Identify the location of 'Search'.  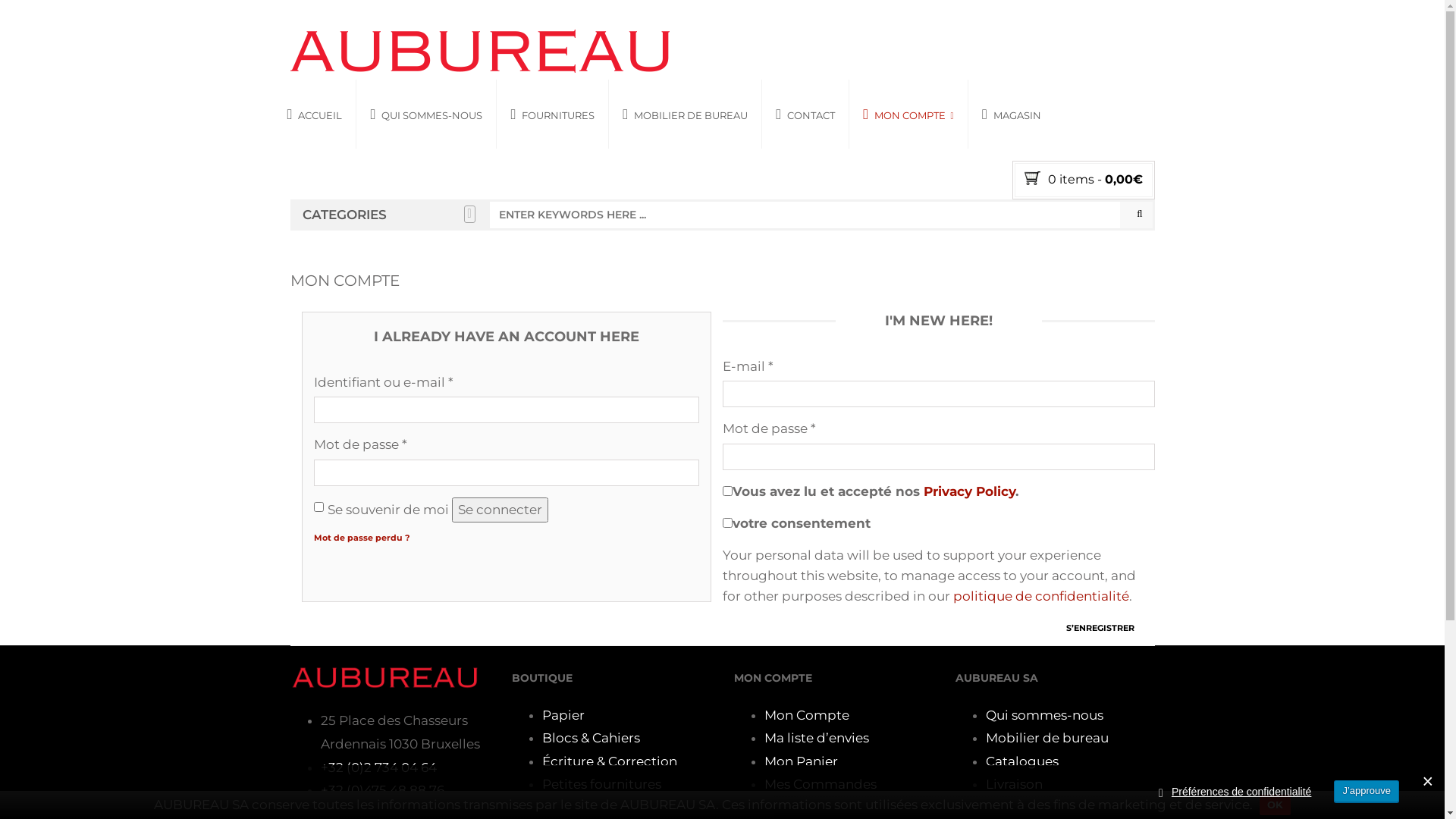
(1135, 215).